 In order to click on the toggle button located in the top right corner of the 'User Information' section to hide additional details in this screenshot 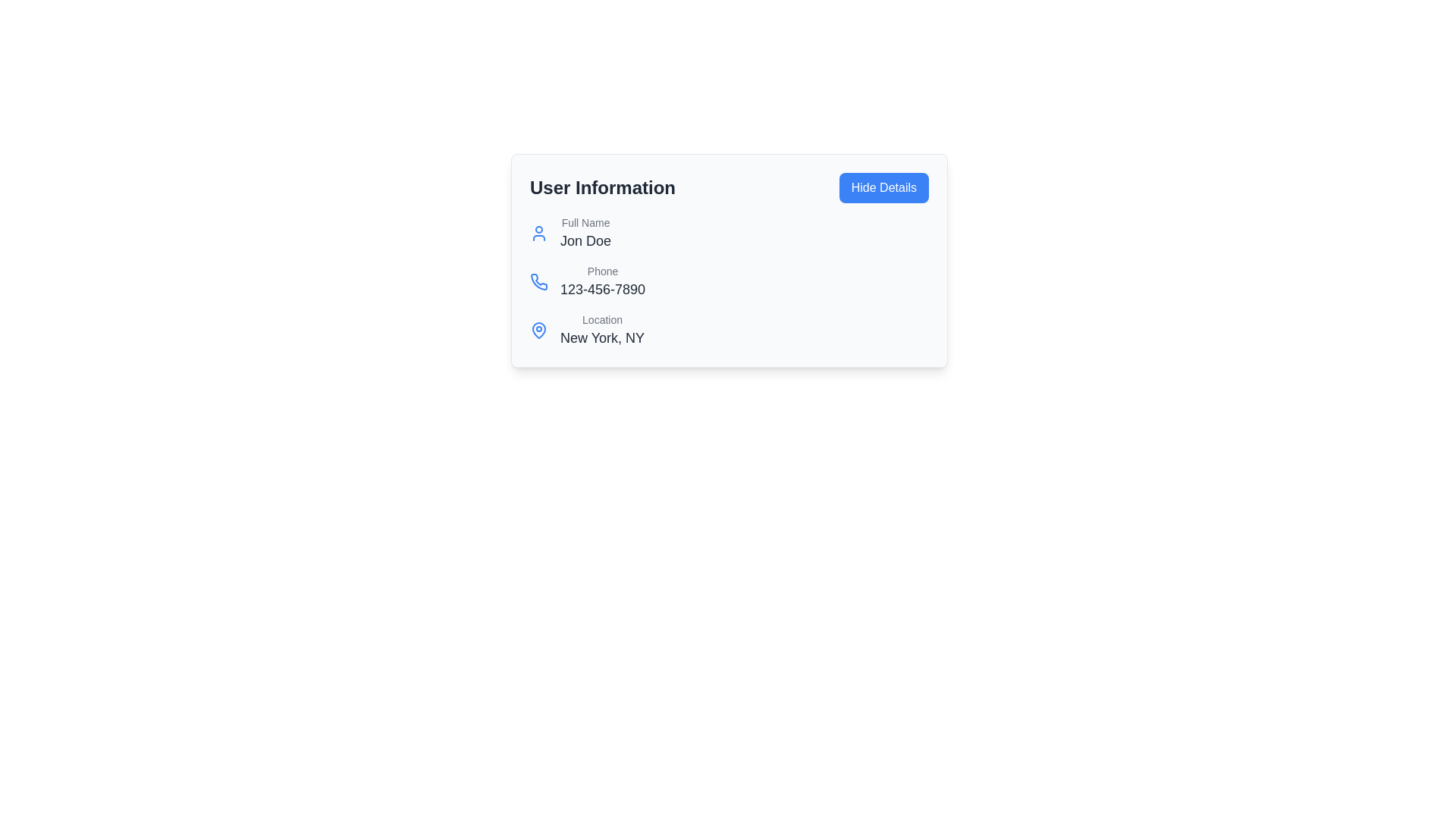, I will do `click(883, 187)`.